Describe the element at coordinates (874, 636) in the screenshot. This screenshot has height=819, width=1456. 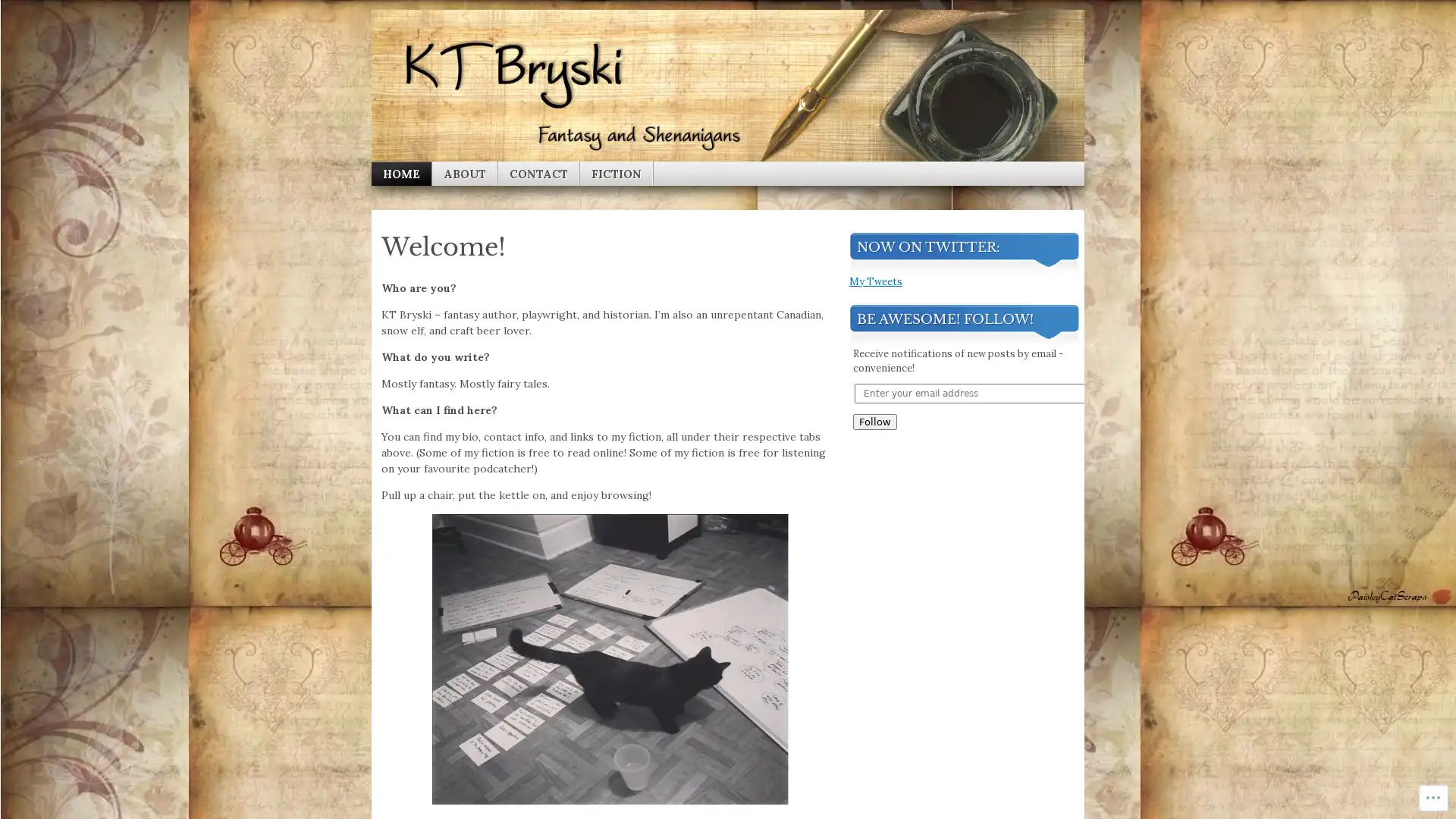
I see `Follow` at that location.